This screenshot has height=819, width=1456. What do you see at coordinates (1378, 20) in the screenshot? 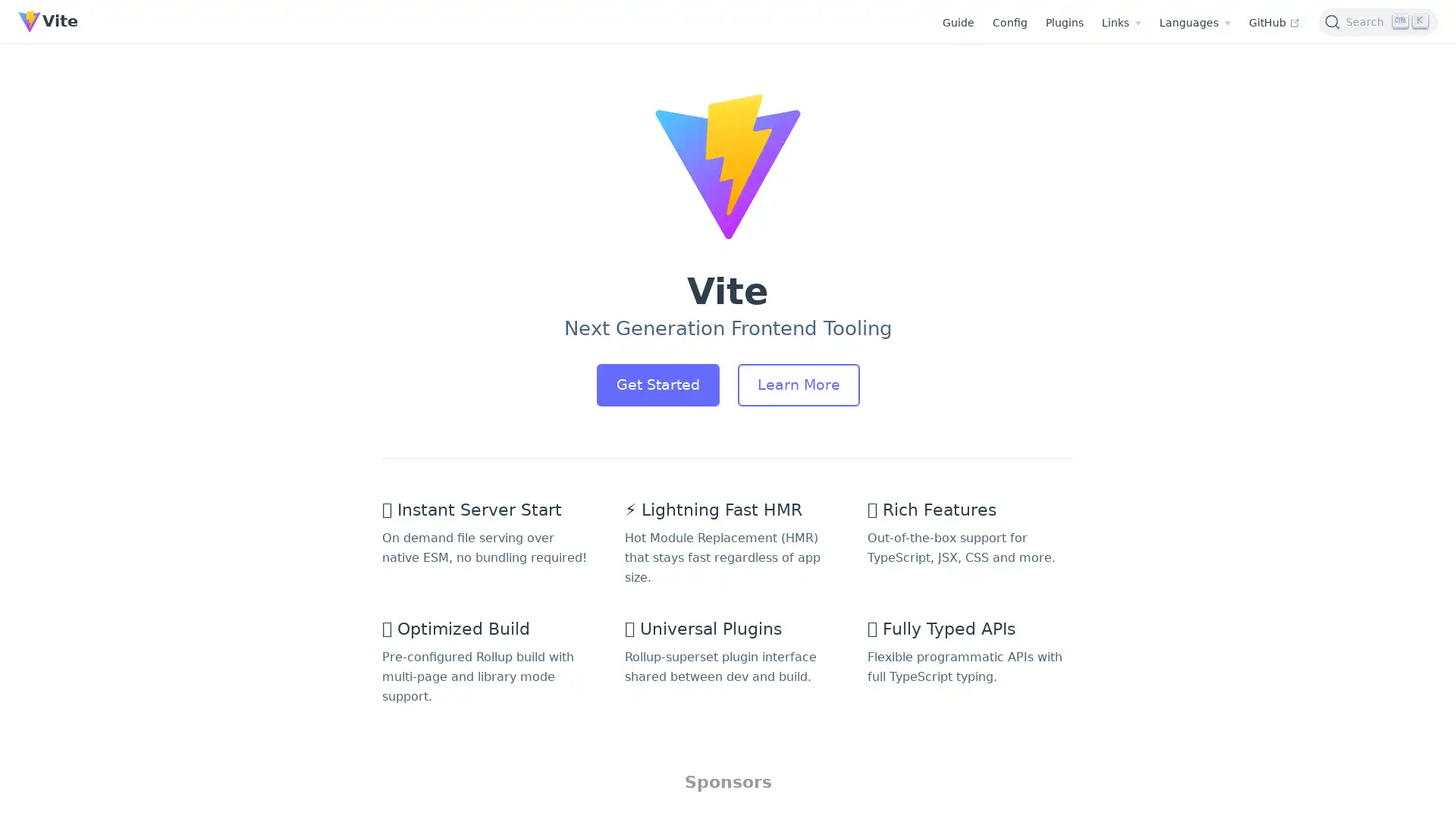
I see `Search` at bounding box center [1378, 20].